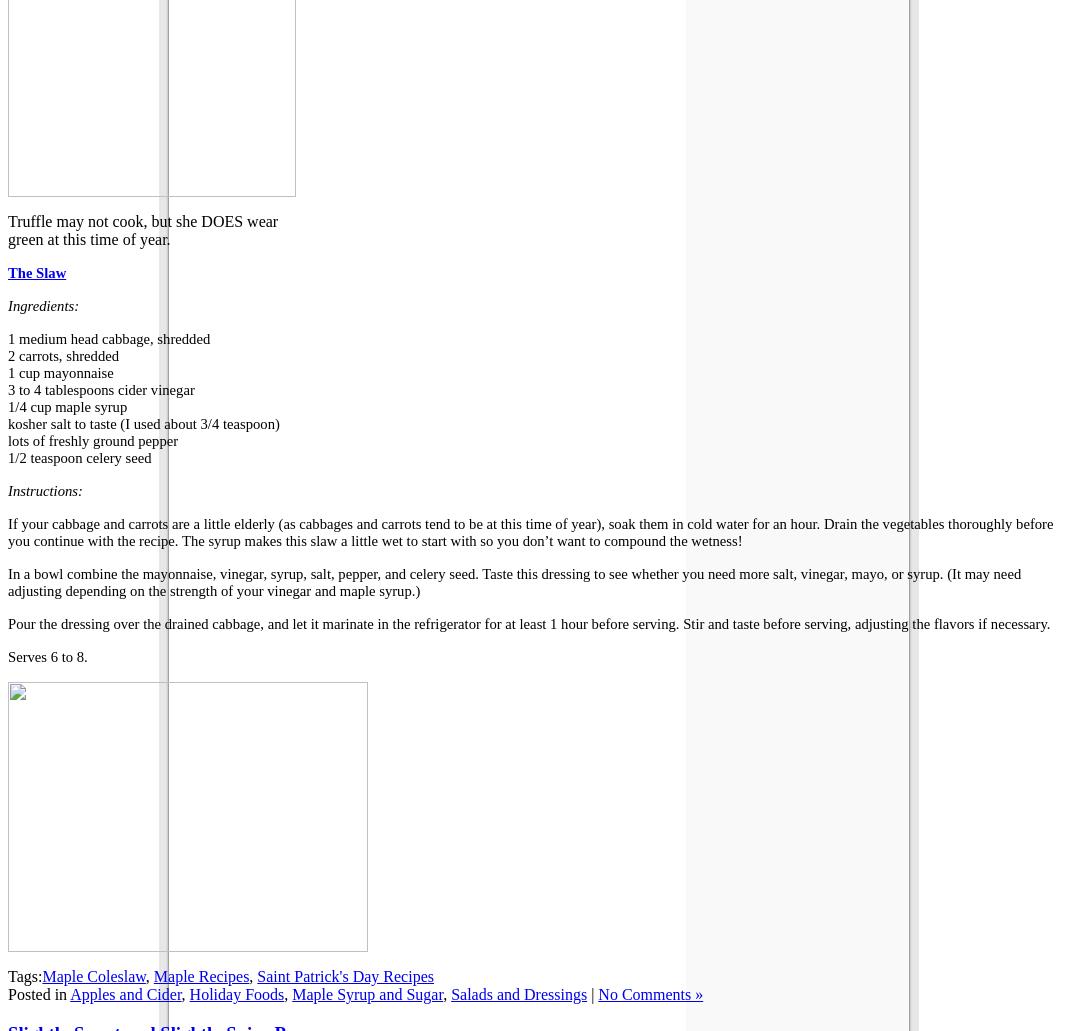 This screenshot has height=1031, width=1077. Describe the element at coordinates (79, 457) in the screenshot. I see `'1/2 teaspoon celery seed'` at that location.